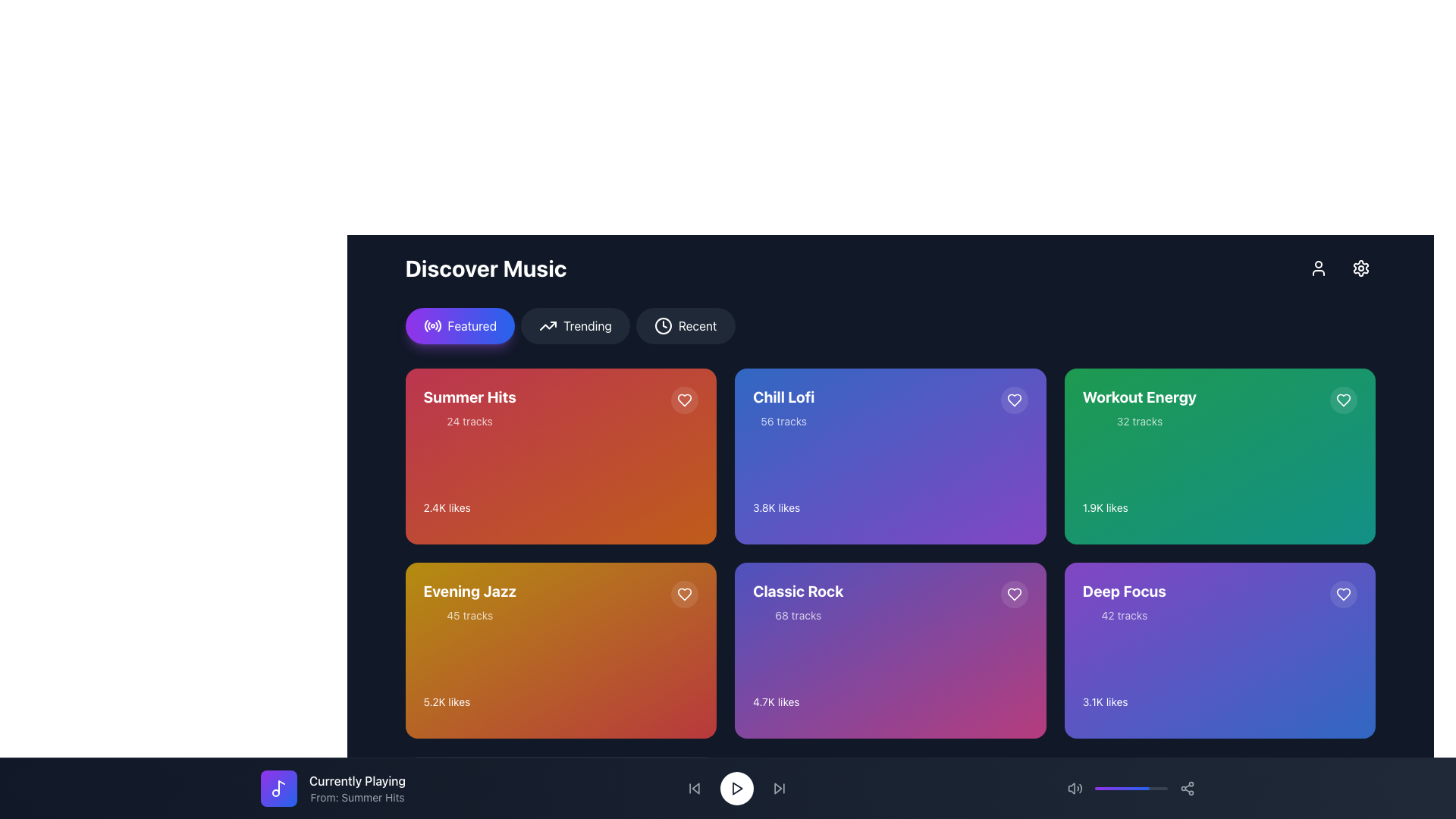  I want to click on the bold, large white text label 'Deep Focus', so click(1124, 590).